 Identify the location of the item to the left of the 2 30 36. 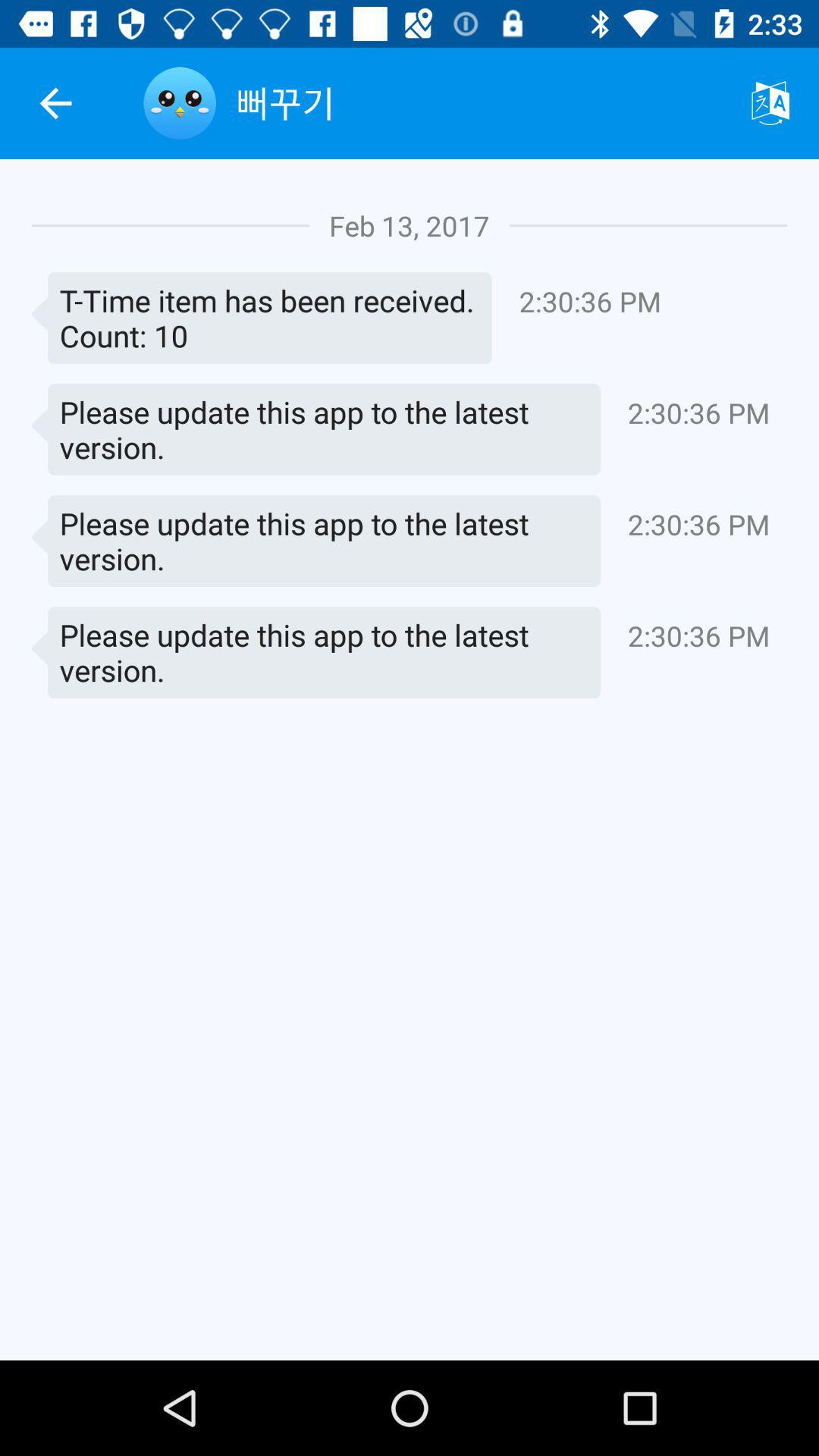
(261, 317).